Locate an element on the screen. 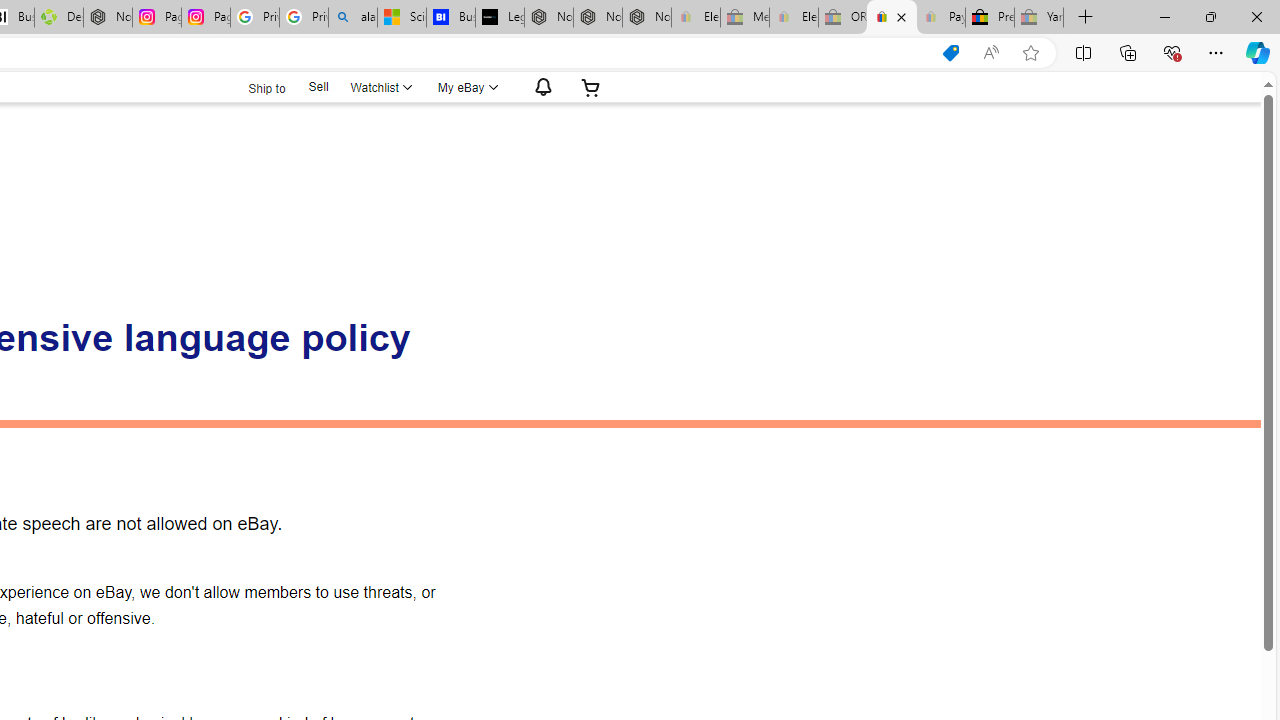 Image resolution: width=1280 pixels, height=720 pixels. 'Threats and offensive language policy | eBay' is located at coordinates (891, 17).